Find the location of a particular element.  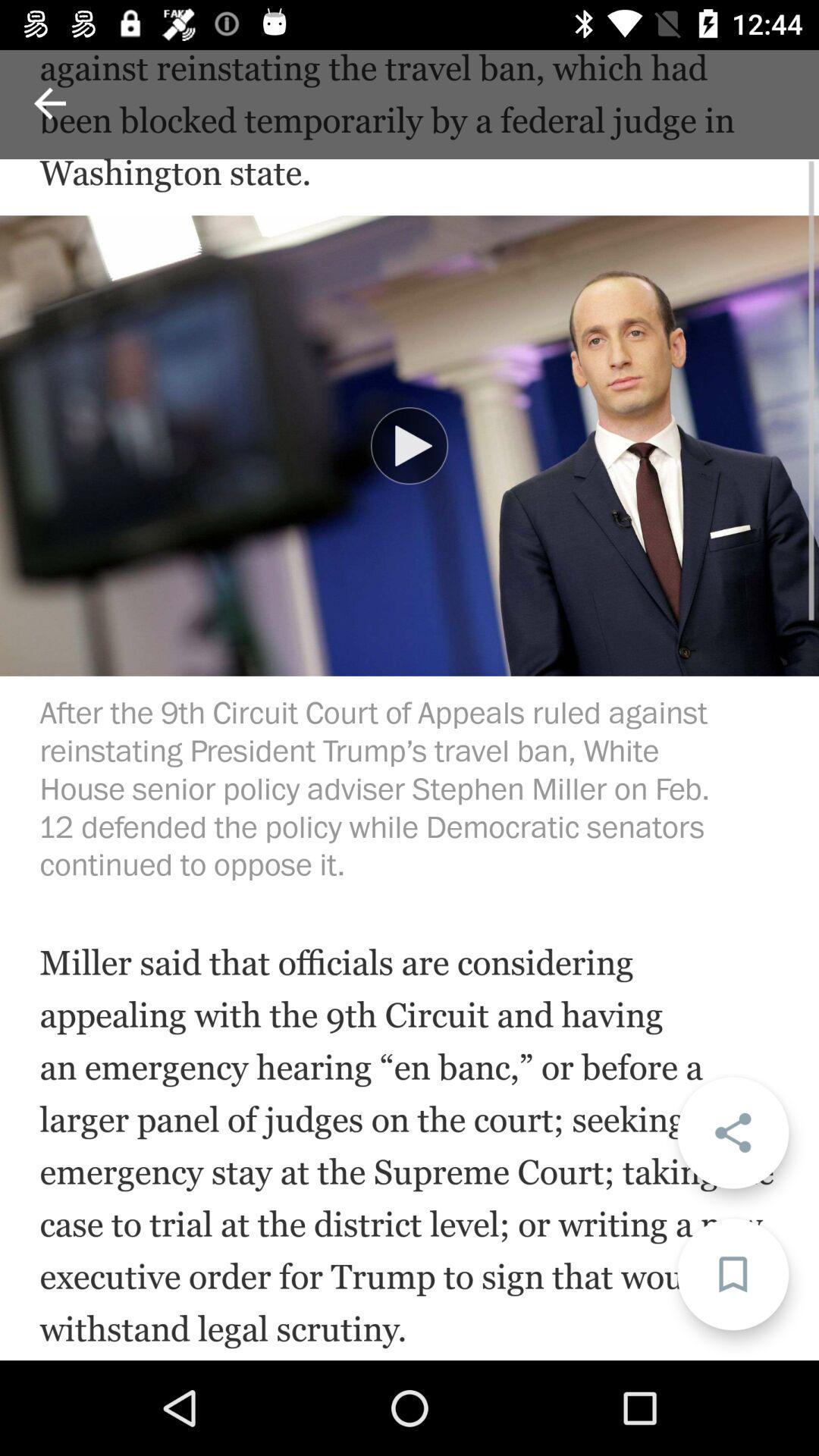

the arrow_backward icon is located at coordinates (49, 102).